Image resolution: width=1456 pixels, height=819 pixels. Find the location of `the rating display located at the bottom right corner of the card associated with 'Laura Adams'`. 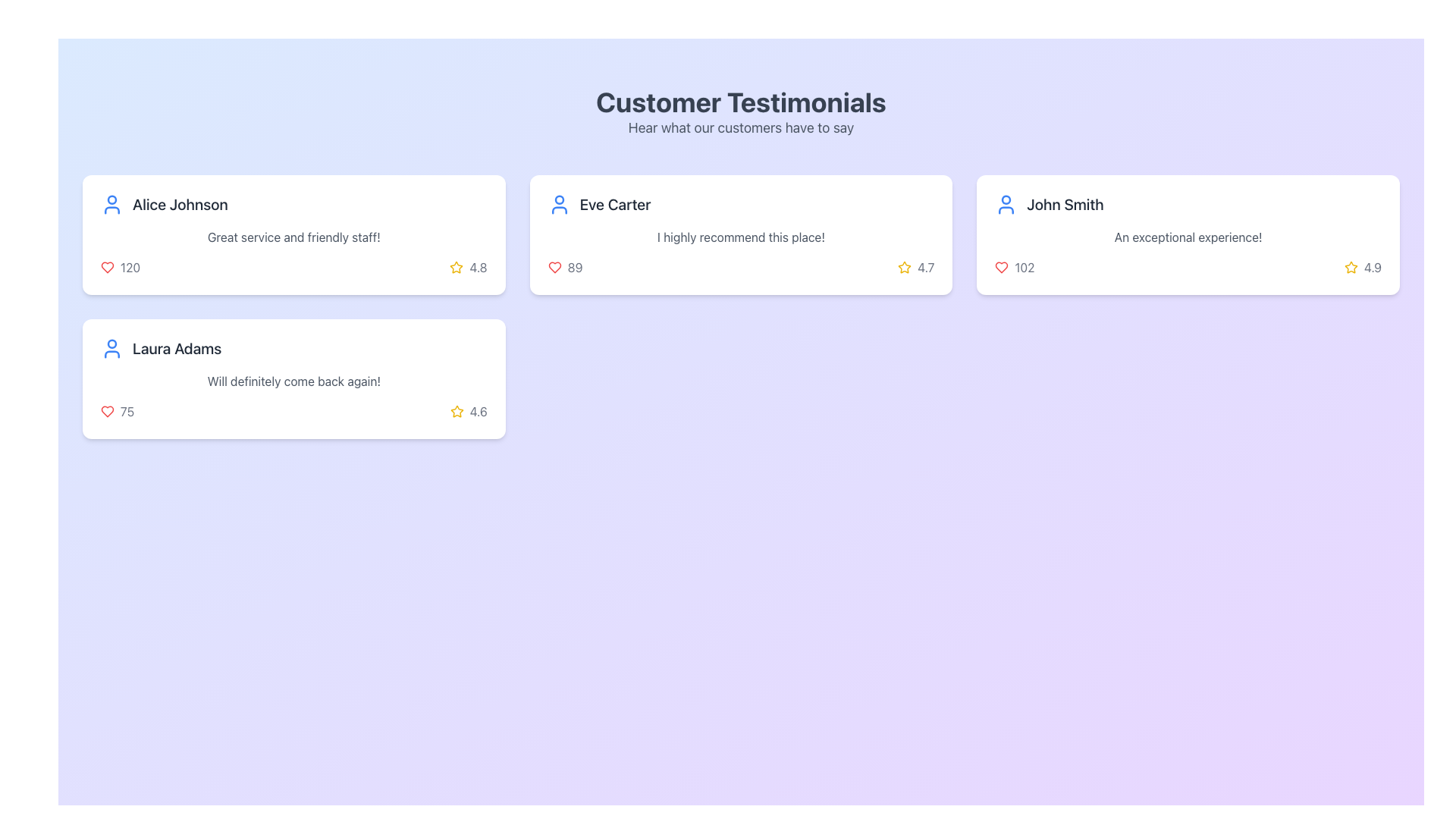

the rating display located at the bottom right corner of the card associated with 'Laura Adams' is located at coordinates (468, 412).